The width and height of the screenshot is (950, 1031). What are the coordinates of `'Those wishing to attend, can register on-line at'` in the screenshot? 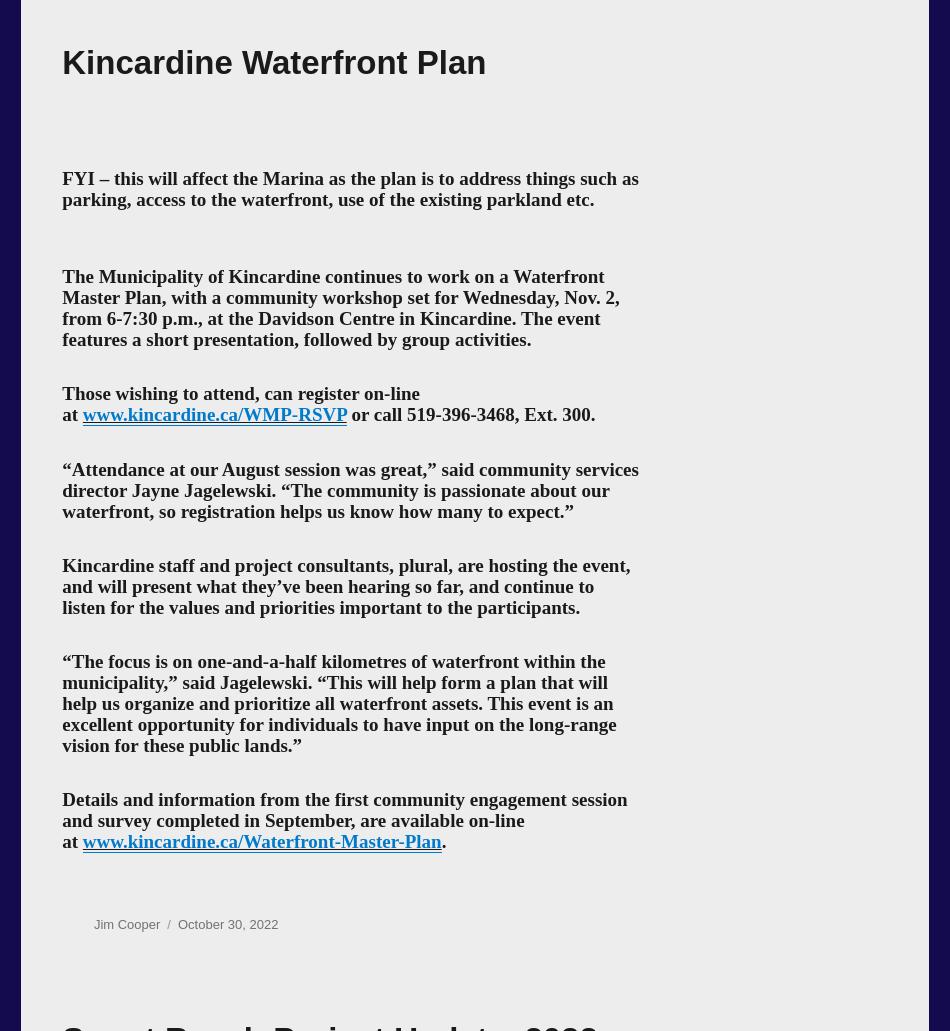 It's located at (62, 403).